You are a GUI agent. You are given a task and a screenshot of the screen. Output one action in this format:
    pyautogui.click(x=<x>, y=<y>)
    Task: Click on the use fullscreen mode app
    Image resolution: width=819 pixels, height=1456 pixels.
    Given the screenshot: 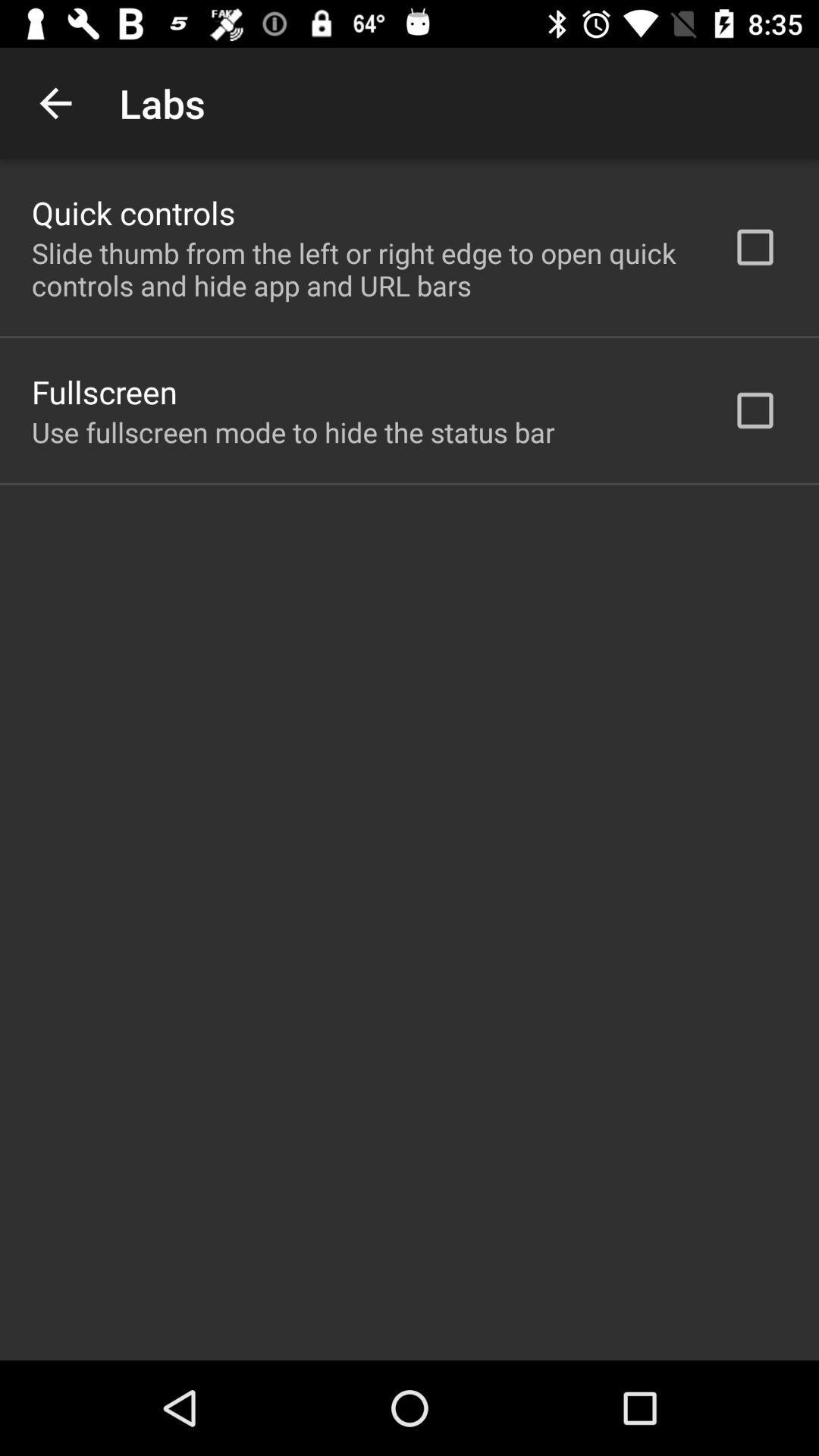 What is the action you would take?
    pyautogui.click(x=293, y=431)
    